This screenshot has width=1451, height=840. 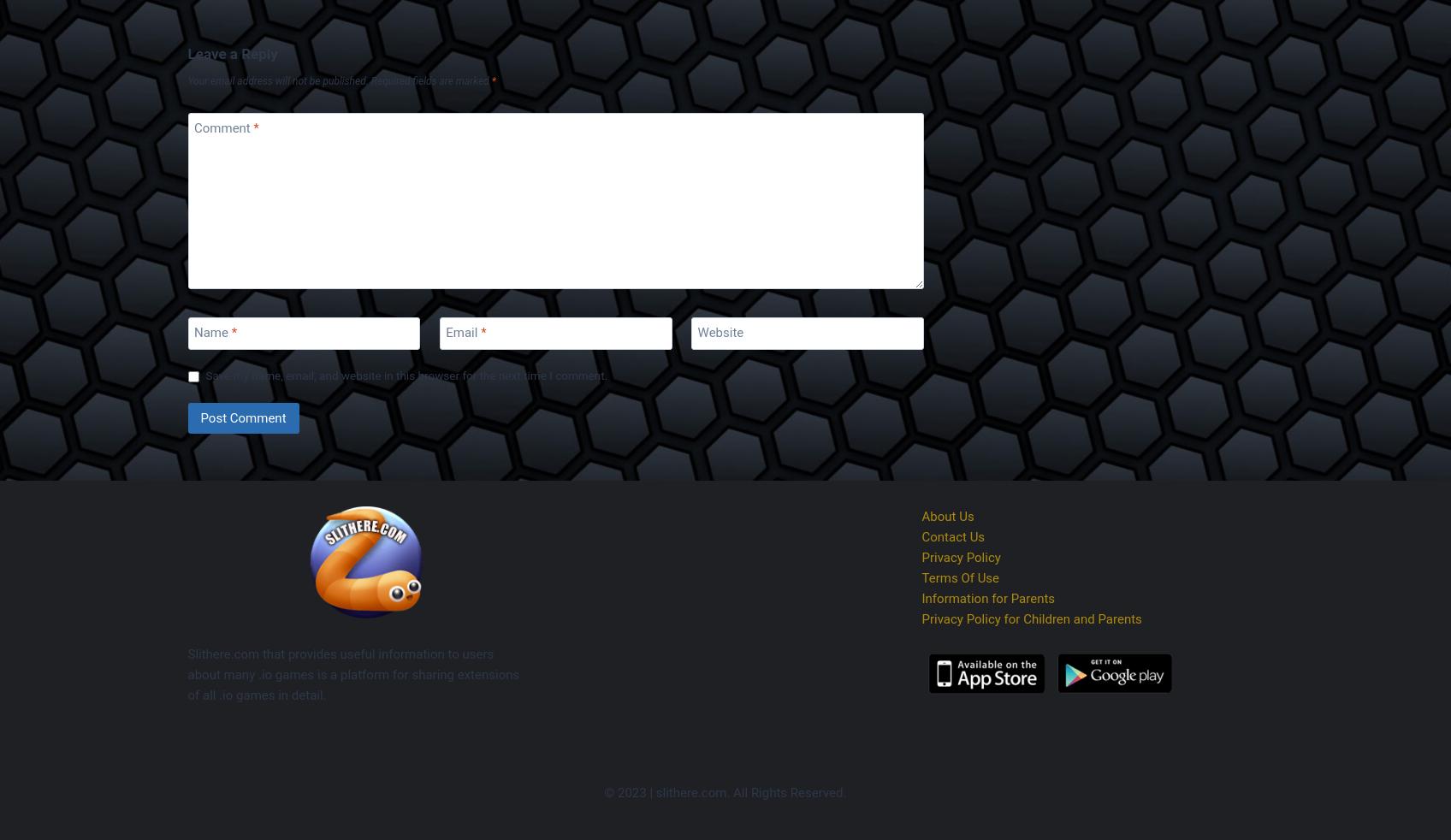 I want to click on 'Leave a Reply', so click(x=231, y=53).